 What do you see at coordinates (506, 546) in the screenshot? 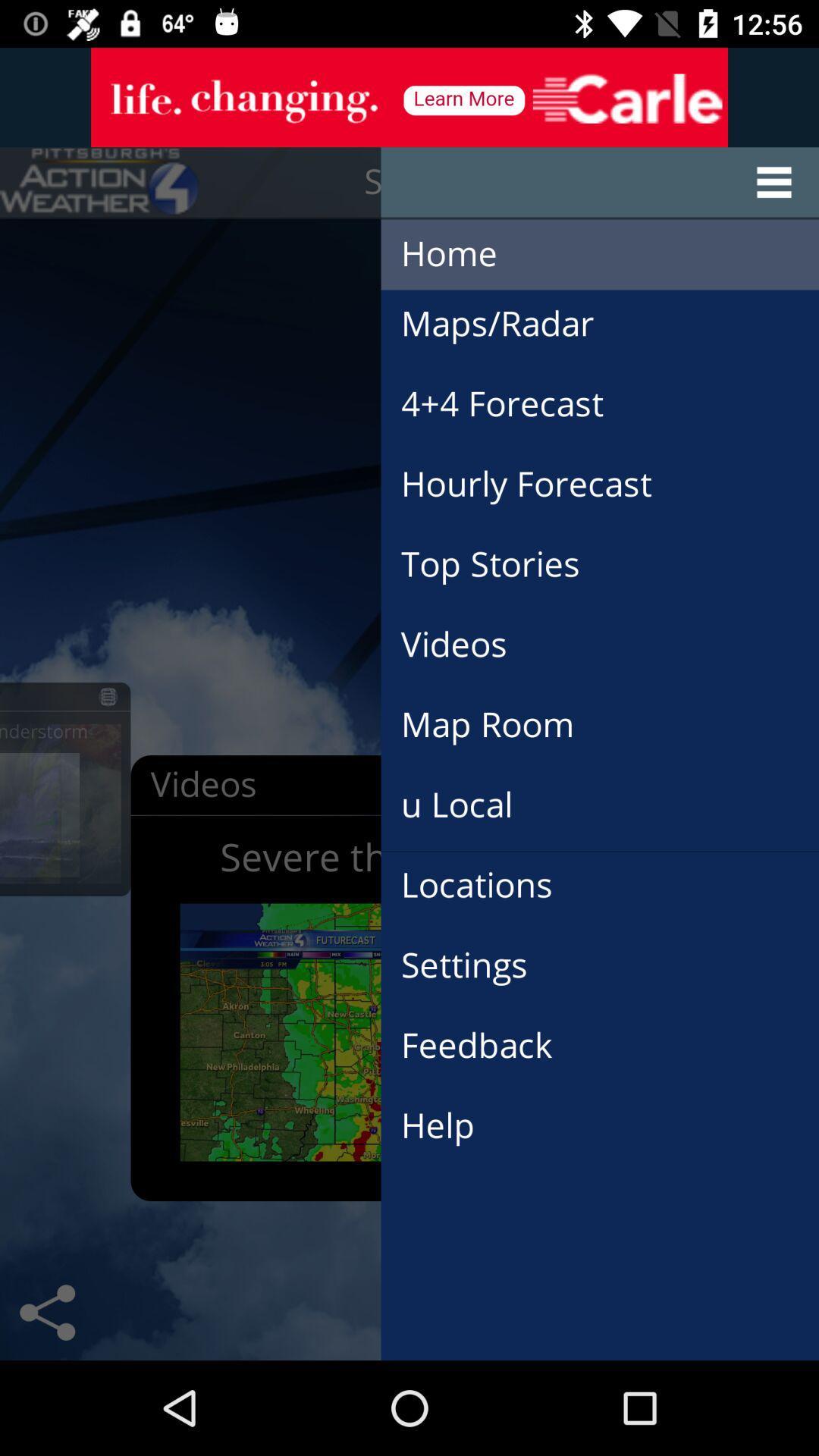
I see `top stories` at bounding box center [506, 546].